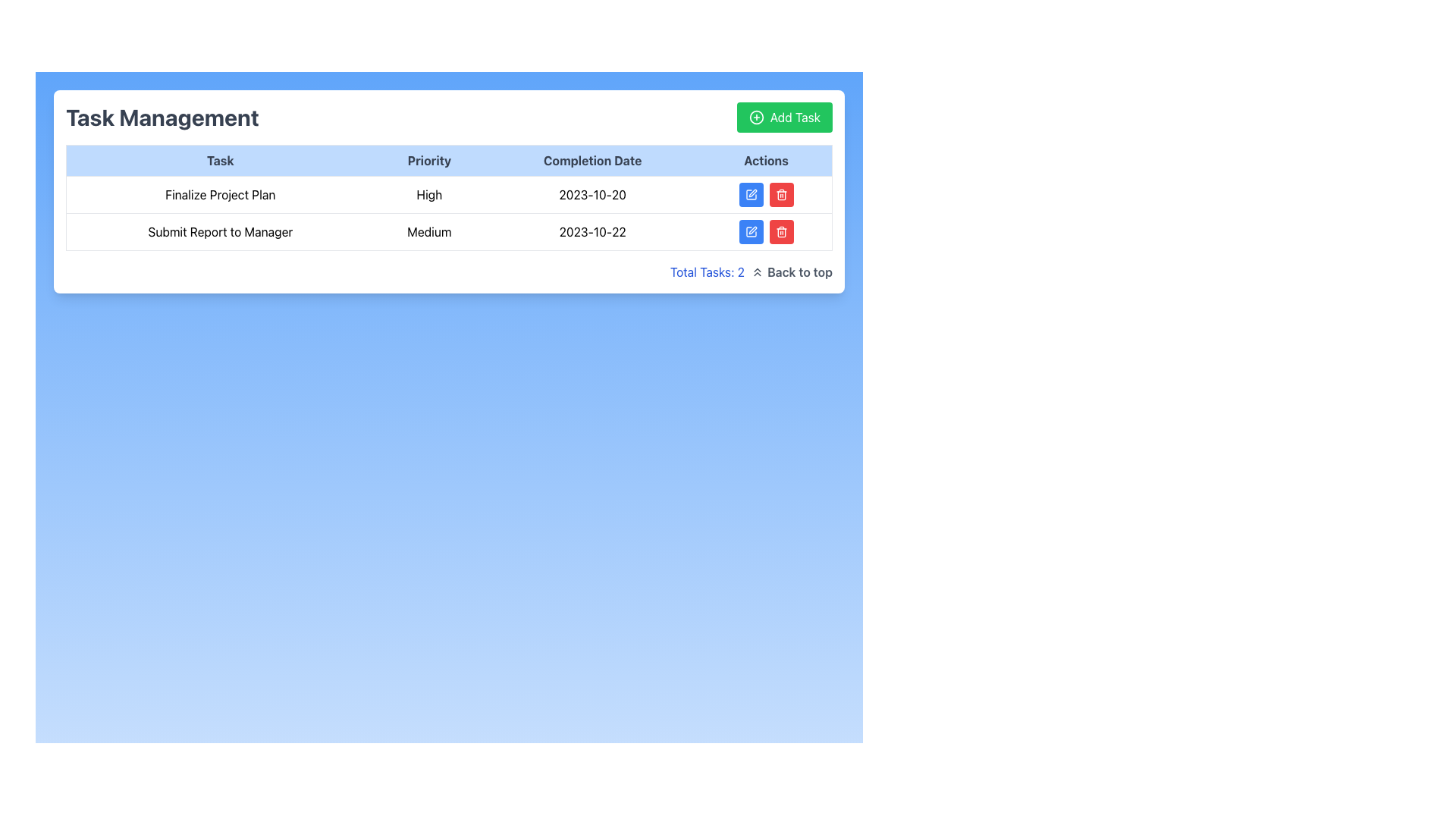  I want to click on the trash can icon button for deletion actions, located on the rightmost side of the 'Actions' column in the task table, associated with the 'Submit Report to Manager' task, so click(781, 231).